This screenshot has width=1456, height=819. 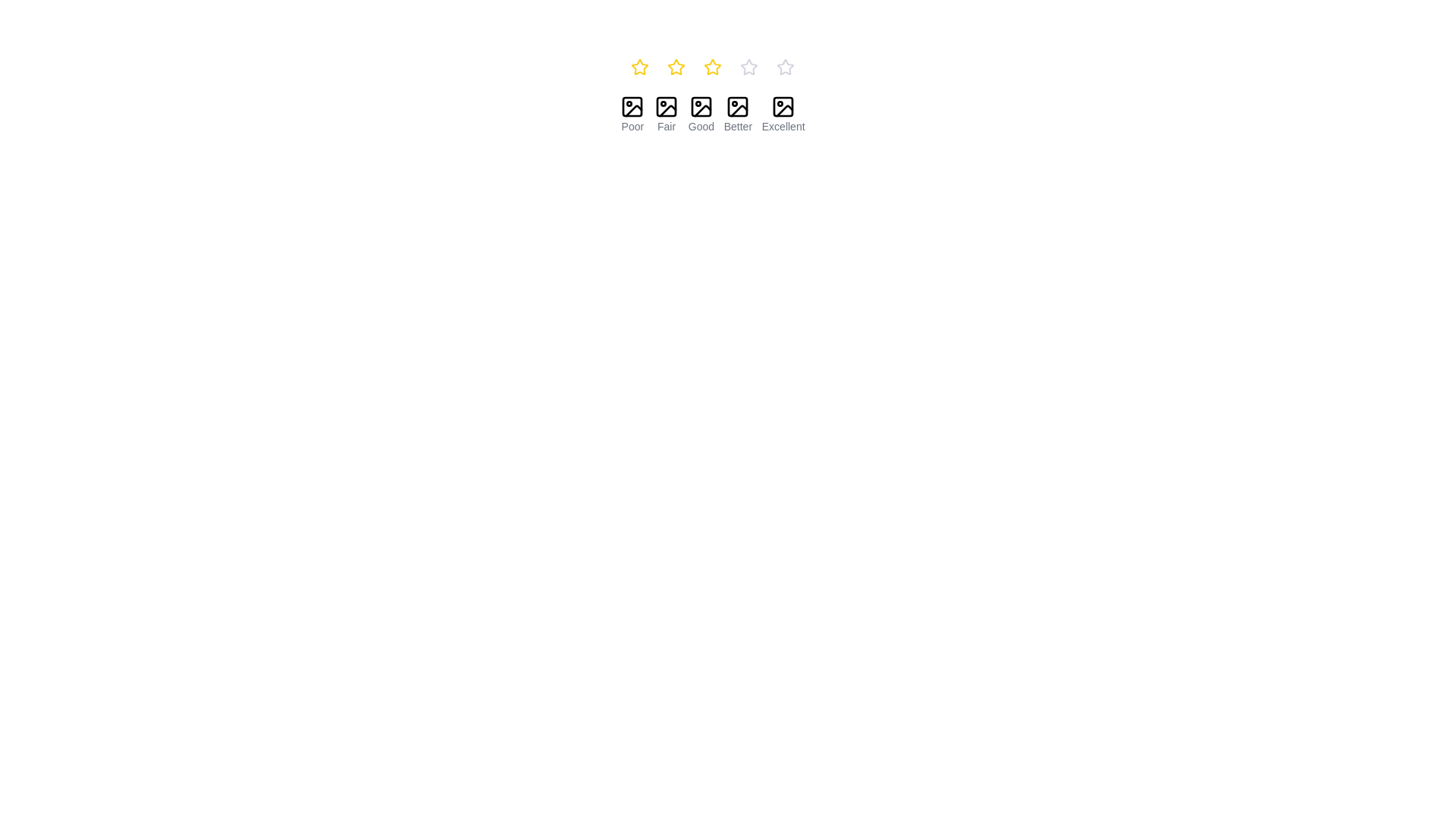 I want to click on the fifth star in the rating system, so click(x=786, y=66).